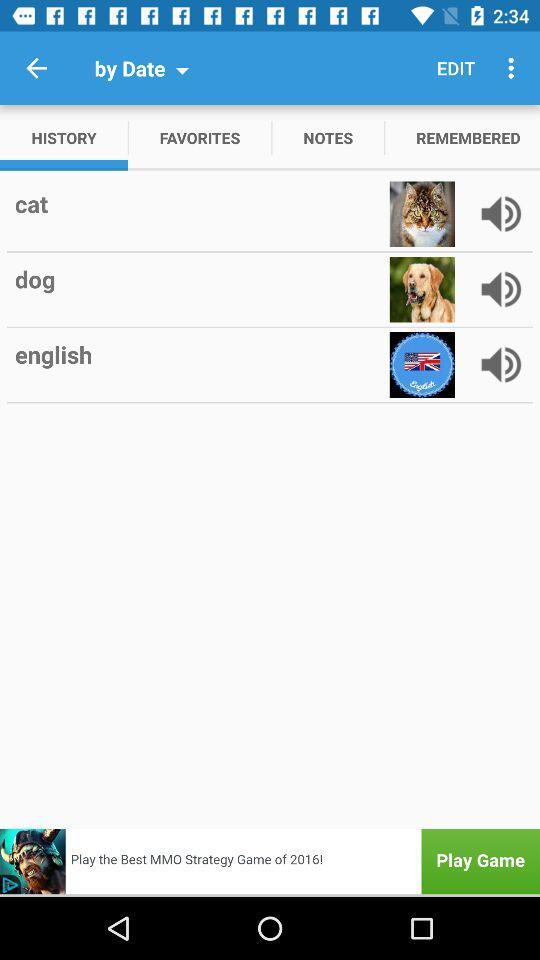  What do you see at coordinates (500, 288) in the screenshot?
I see `a dog barking` at bounding box center [500, 288].